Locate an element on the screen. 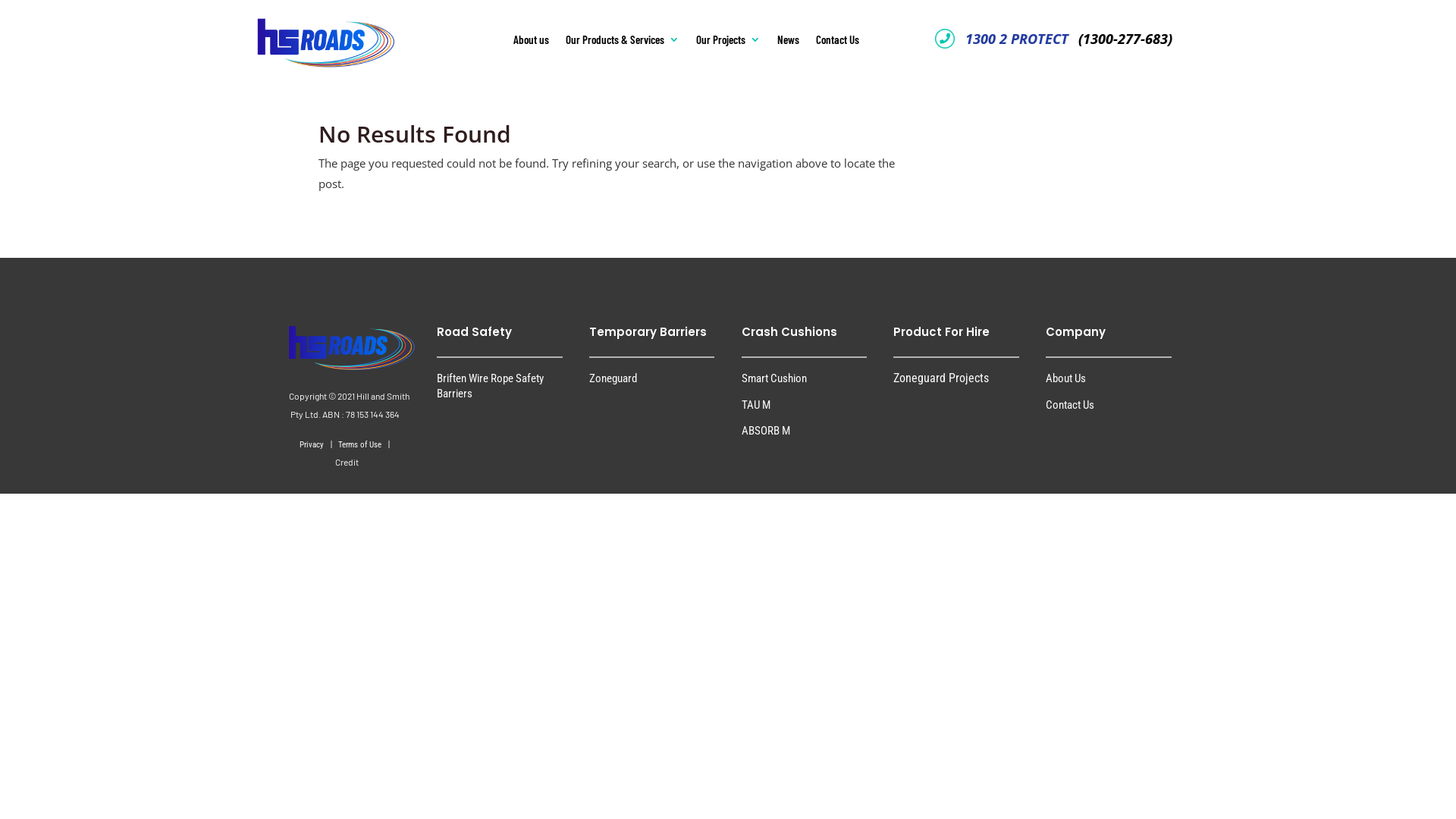  'Contact Us' is located at coordinates (1069, 403).